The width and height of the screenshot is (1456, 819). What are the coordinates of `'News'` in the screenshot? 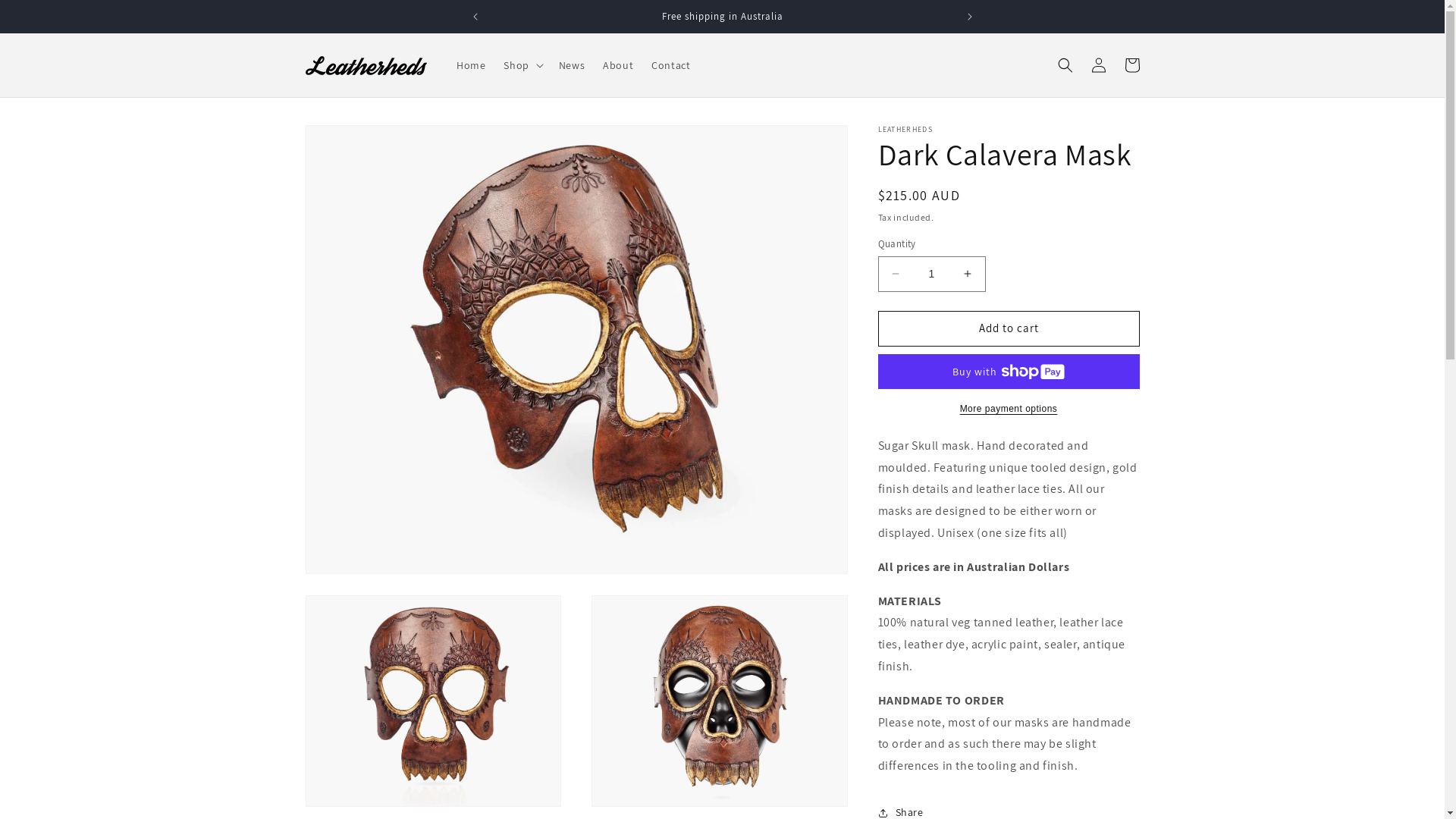 It's located at (570, 64).